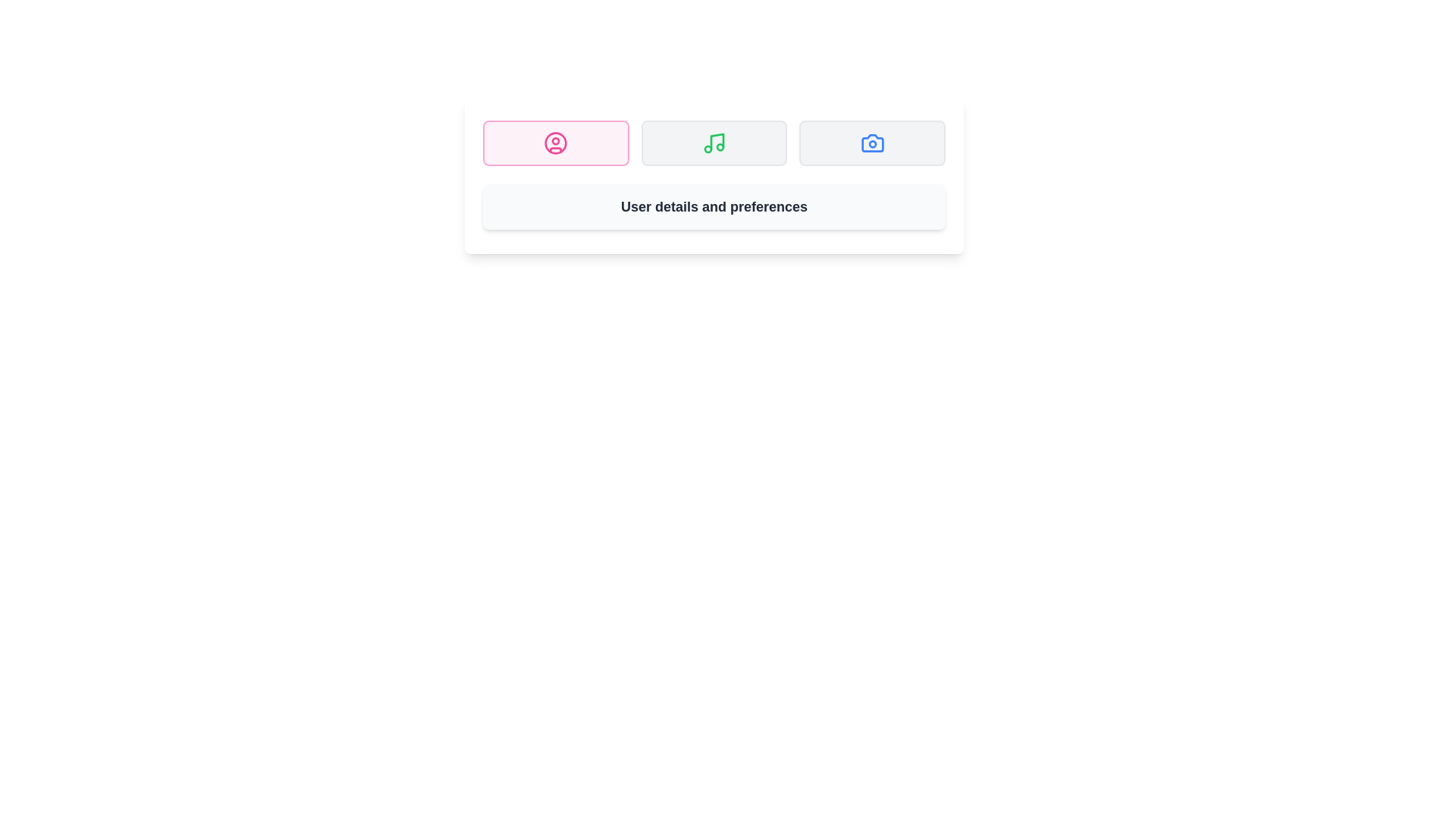 The image size is (1456, 819). What do you see at coordinates (555, 143) in the screenshot?
I see `the tab corresponding to Profile to observe the icon and color changes` at bounding box center [555, 143].